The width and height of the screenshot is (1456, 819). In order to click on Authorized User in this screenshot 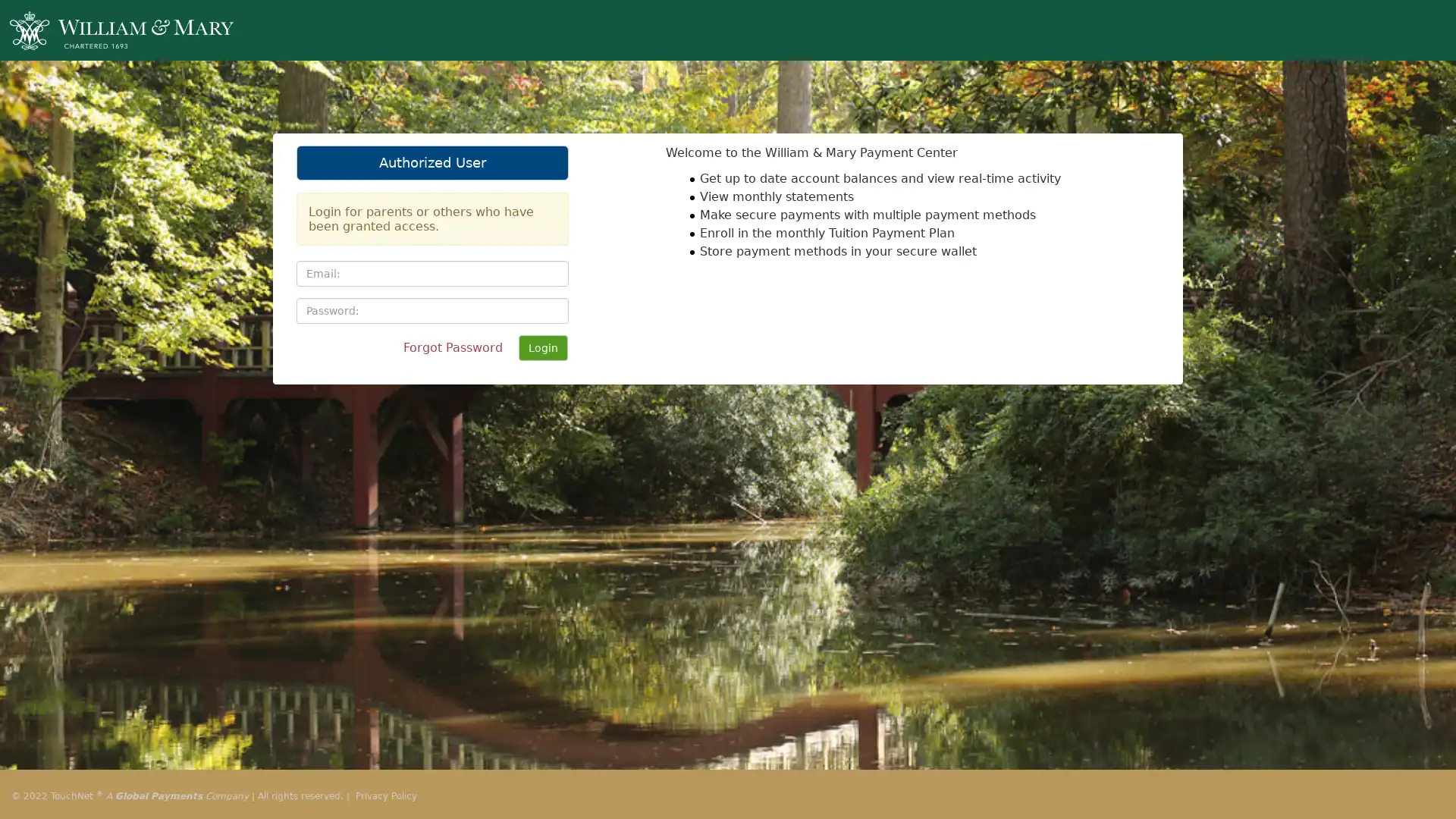, I will do `click(431, 163)`.